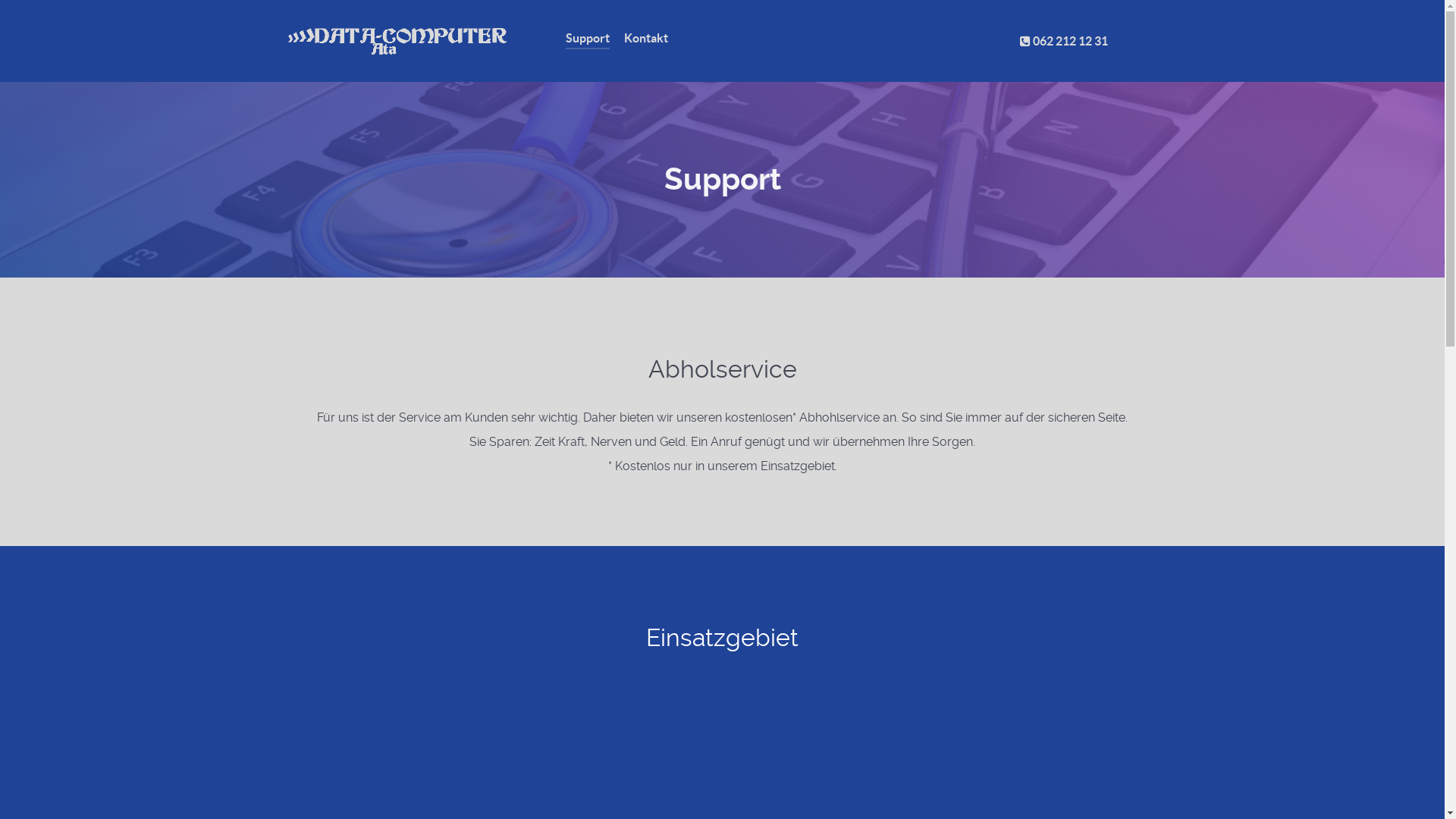  Describe the element at coordinates (1062, 40) in the screenshot. I see `'062 212 12 31'` at that location.